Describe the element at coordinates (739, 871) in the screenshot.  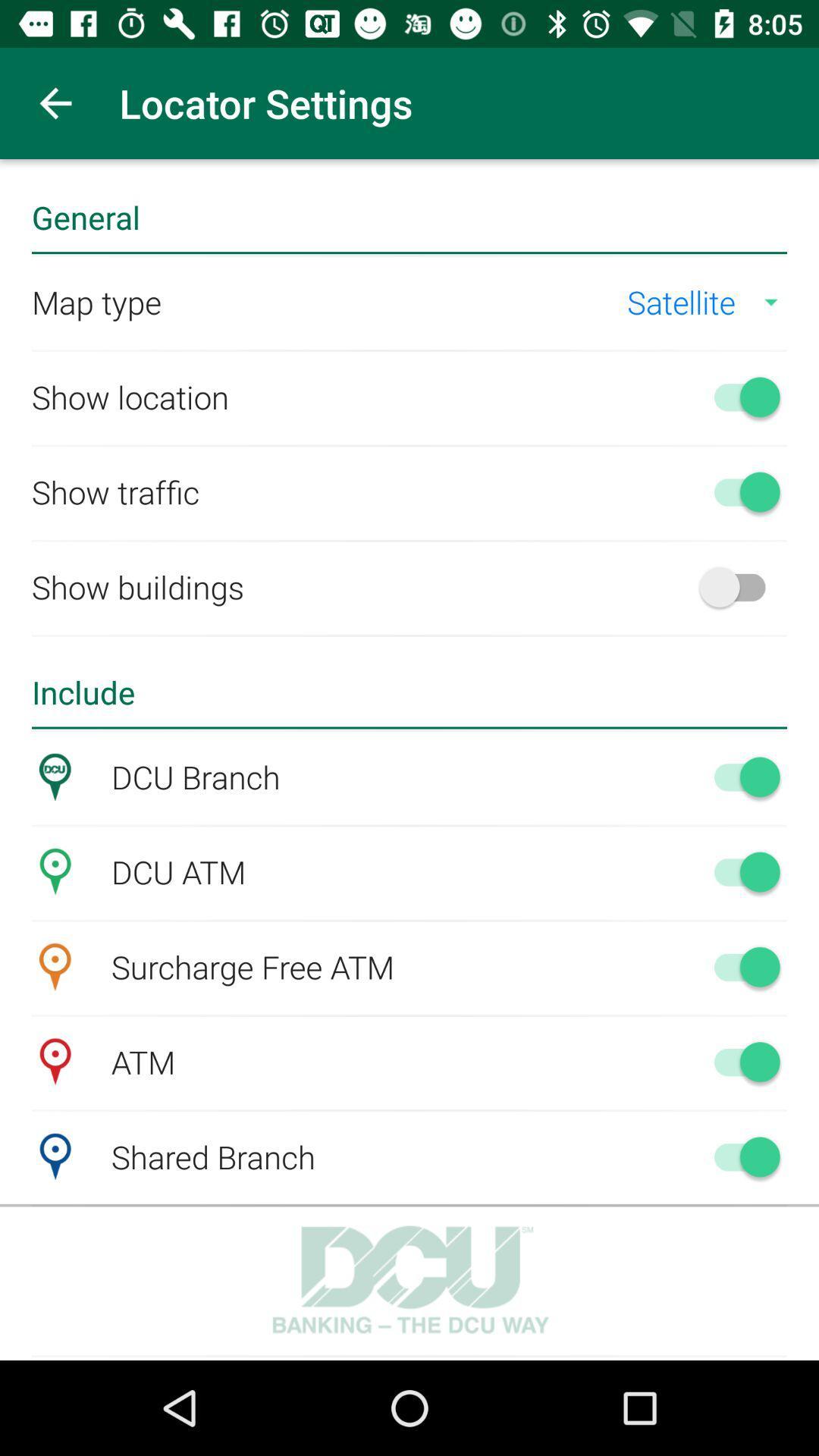
I see `turn on dcu atm` at that location.